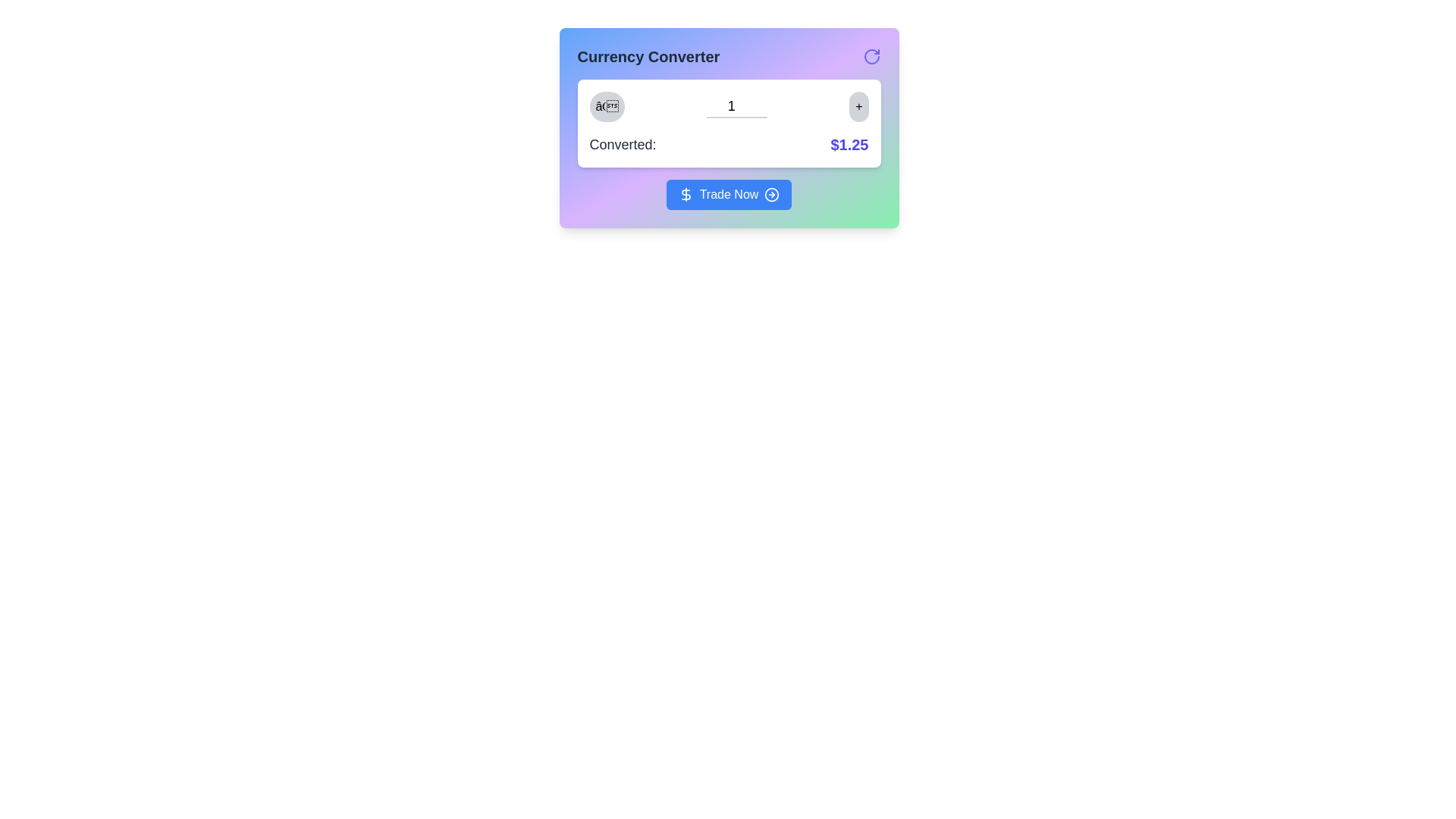 The height and width of the screenshot is (819, 1456). Describe the element at coordinates (772, 194) in the screenshot. I see `the decorative circular element inside the rightmost icon of the 'Trade Now' button, which is centered within the circular arrow-right icon` at that location.